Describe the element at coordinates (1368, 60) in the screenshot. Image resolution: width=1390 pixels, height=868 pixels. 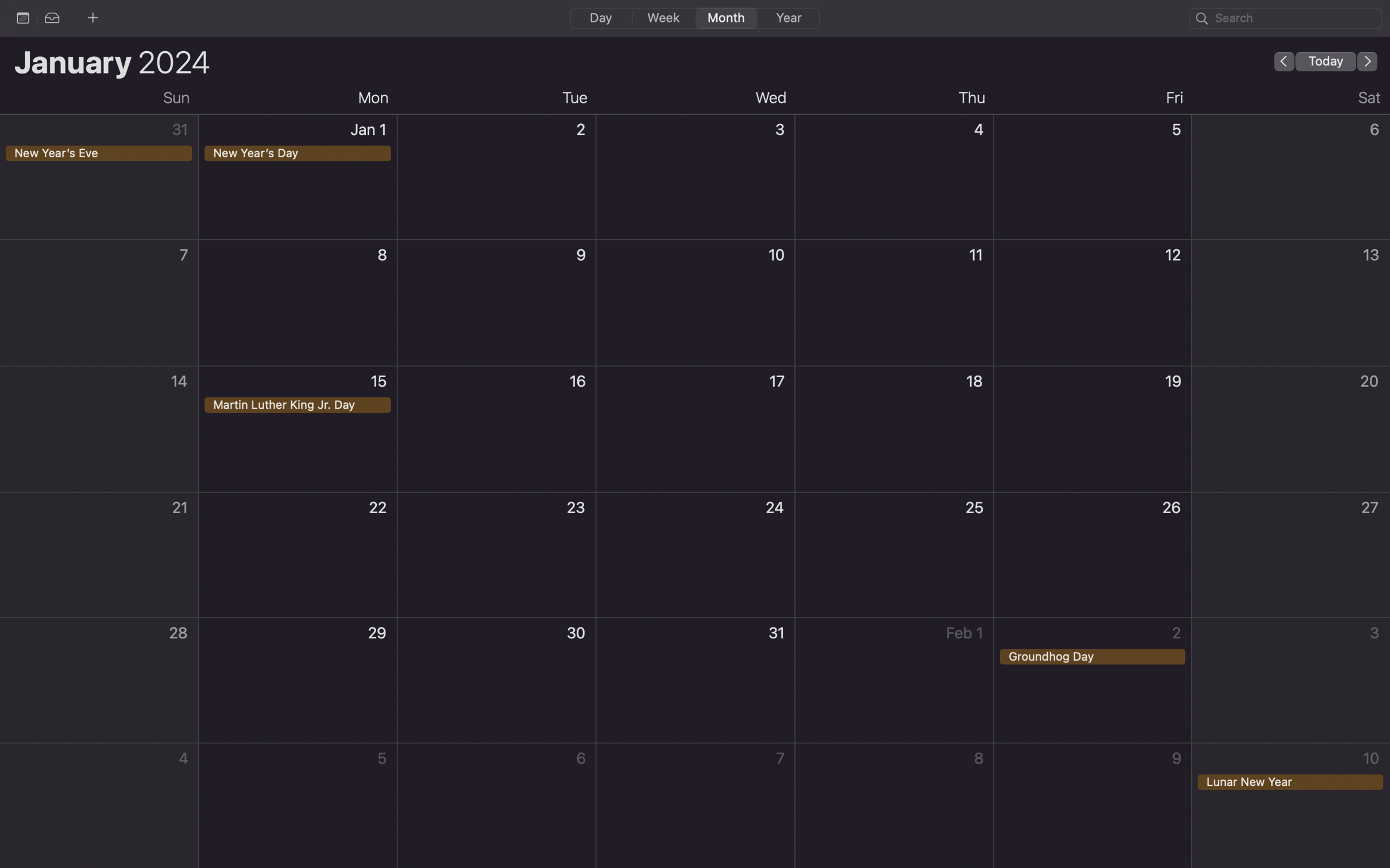
I see `Go to the next month of the calendar` at that location.